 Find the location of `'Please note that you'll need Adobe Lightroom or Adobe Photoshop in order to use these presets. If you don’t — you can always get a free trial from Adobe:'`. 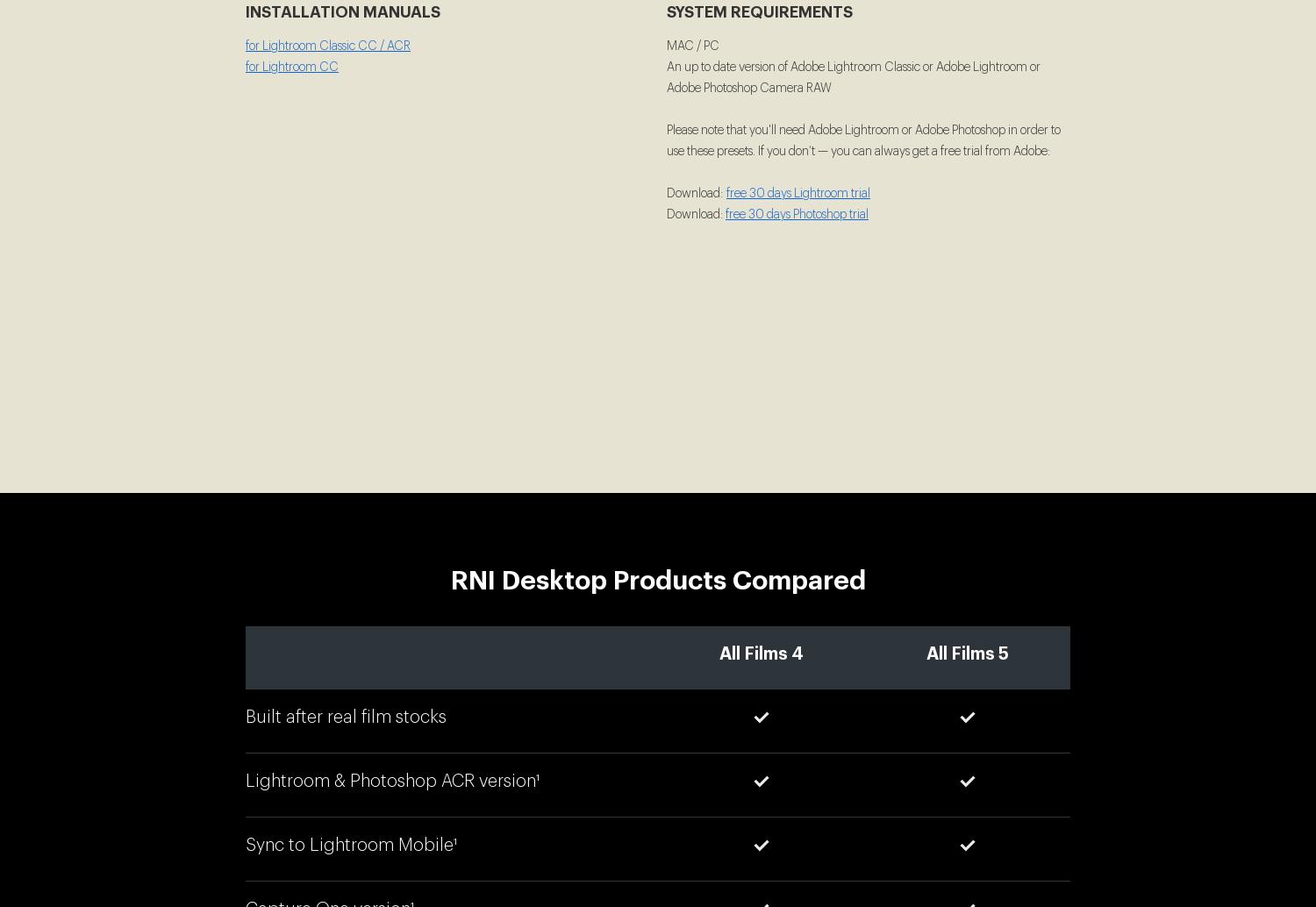

'Please note that you'll need Adobe Lightroom or Adobe Photoshop in order to use these presets. If you don’t — you can always get a free trial from Adobe:' is located at coordinates (862, 140).